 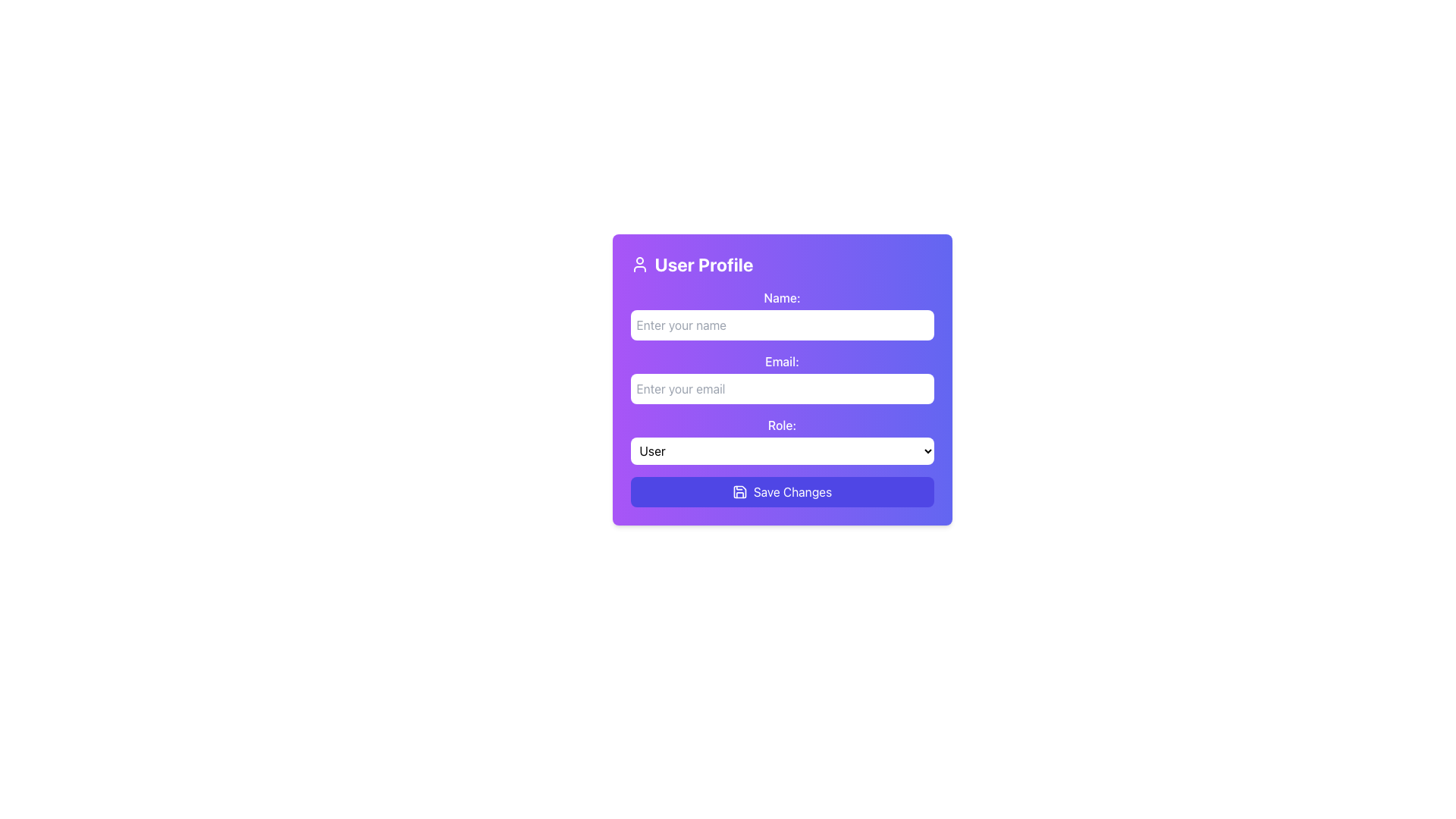 What do you see at coordinates (782, 298) in the screenshot?
I see `the text label indicating the purpose of the adjacent input field for entering a 'Name'` at bounding box center [782, 298].